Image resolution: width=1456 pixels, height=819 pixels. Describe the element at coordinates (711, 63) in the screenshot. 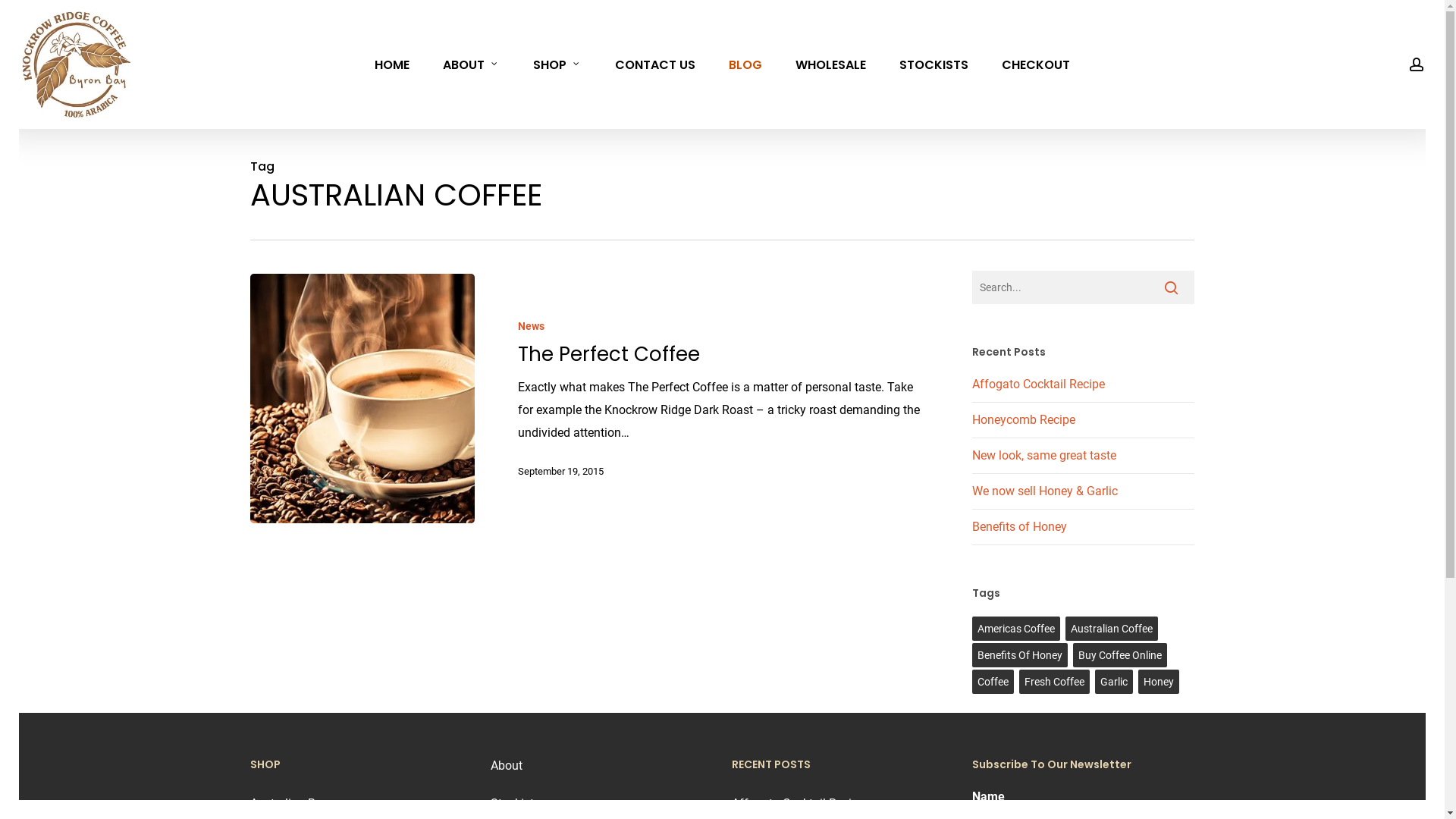

I see `'BLOG'` at that location.